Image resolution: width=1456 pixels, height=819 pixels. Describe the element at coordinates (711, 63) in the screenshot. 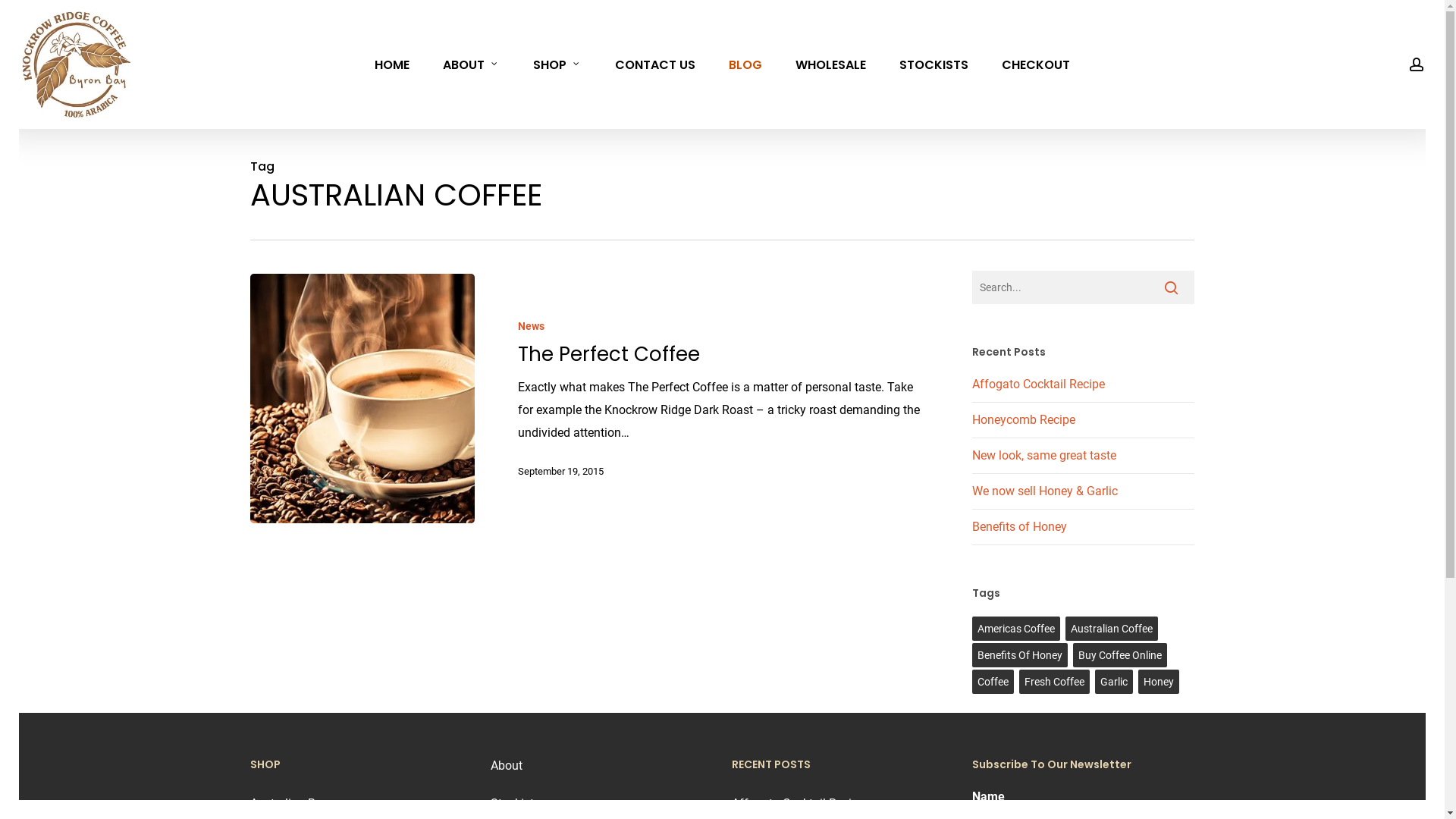

I see `'BLOG'` at that location.